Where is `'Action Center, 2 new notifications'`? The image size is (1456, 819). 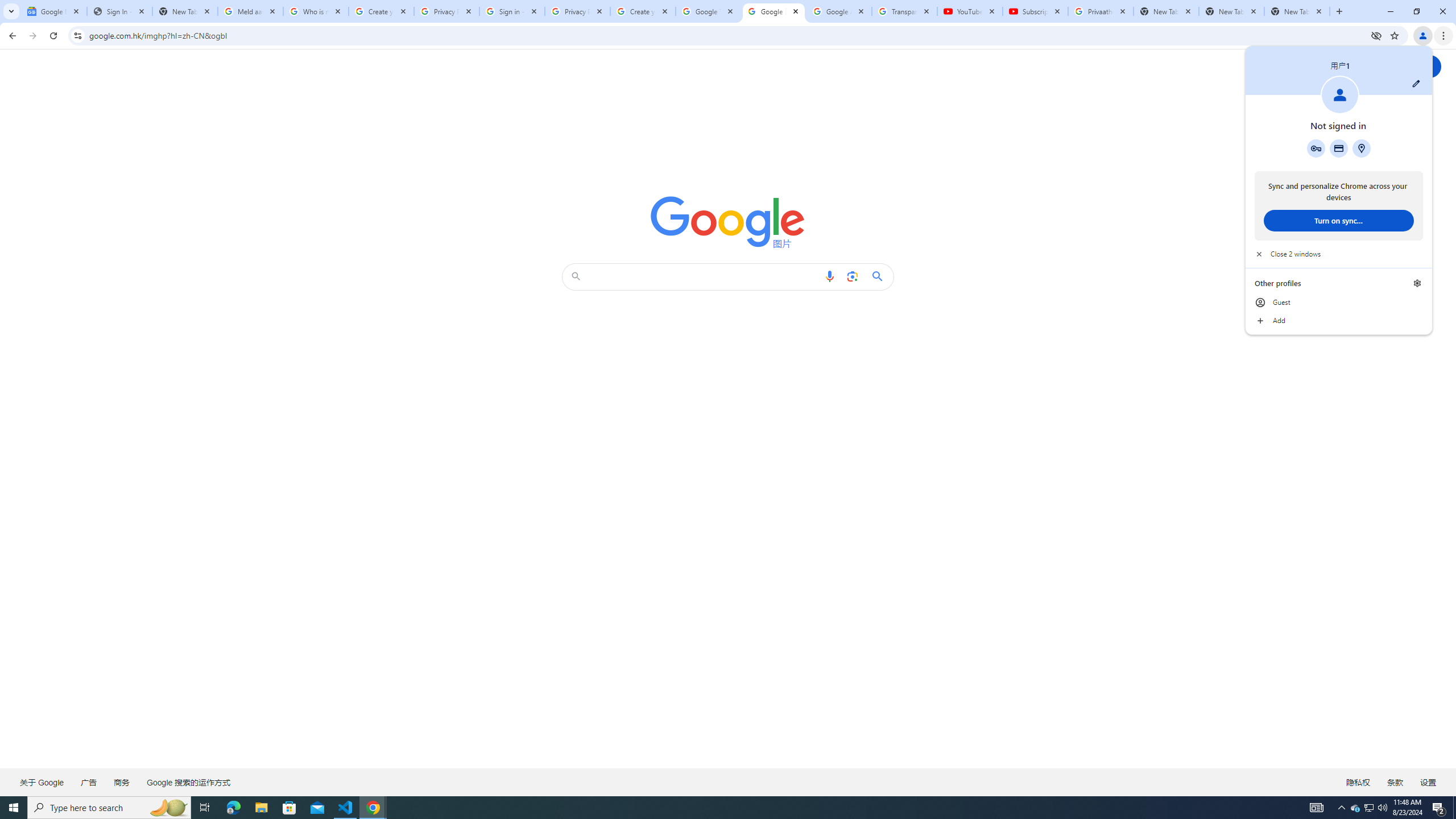 'Action Center, 2 new notifications' is located at coordinates (1439, 806).